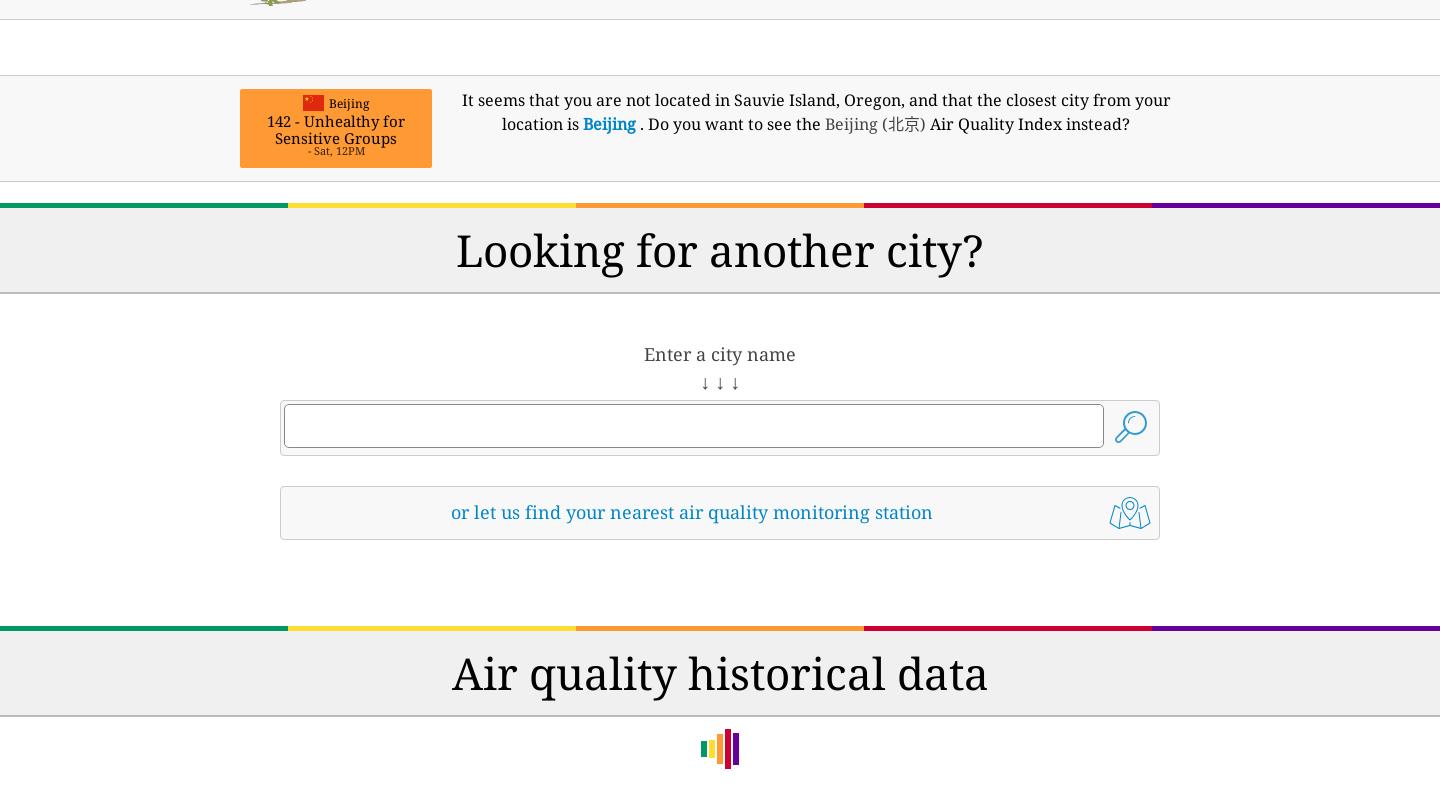 The image size is (1440, 811). I want to click on 'Enter a city name', so click(720, 353).